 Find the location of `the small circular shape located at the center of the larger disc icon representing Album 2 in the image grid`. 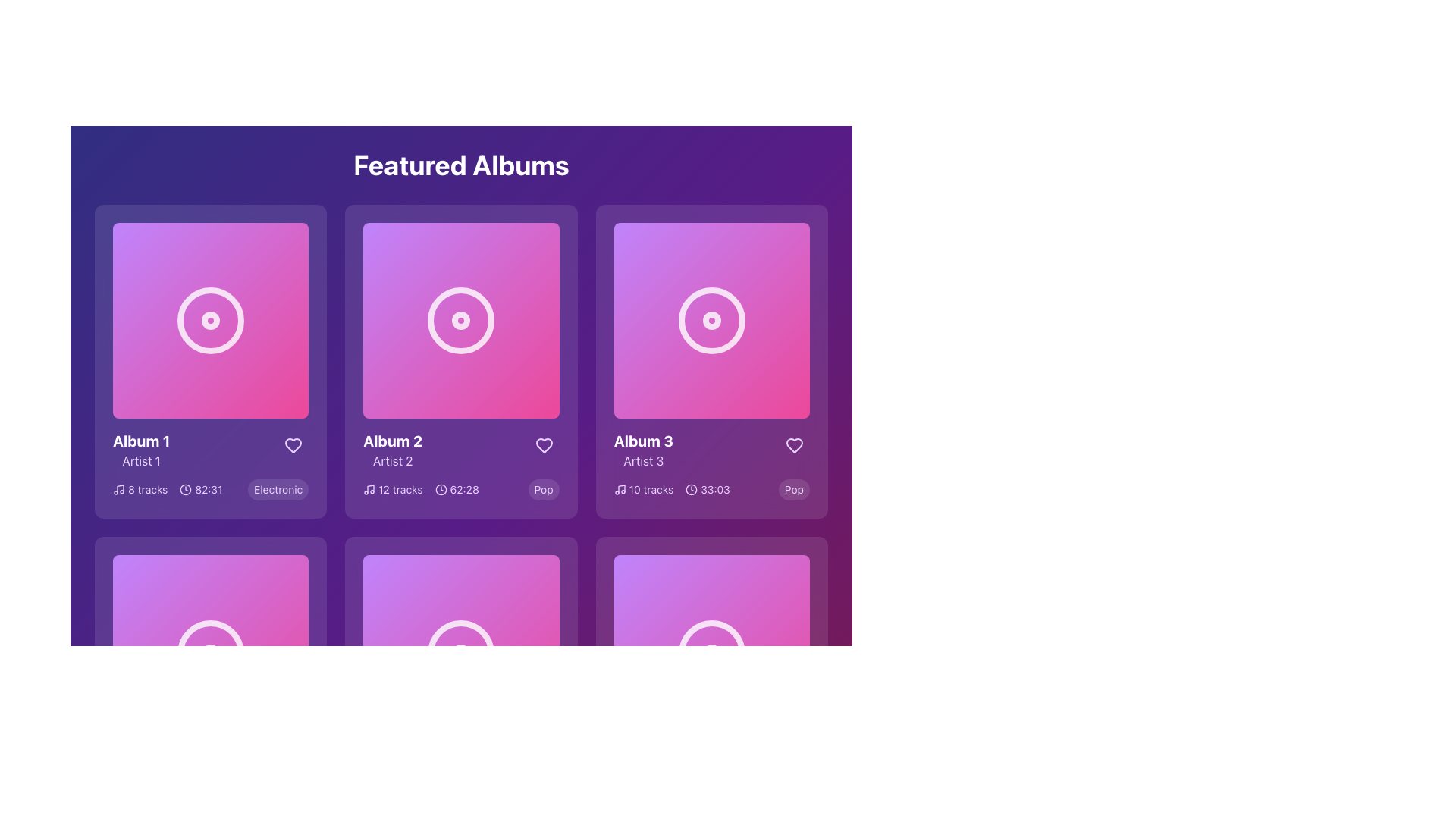

the small circular shape located at the center of the larger disc icon representing Album 2 in the image grid is located at coordinates (460, 652).